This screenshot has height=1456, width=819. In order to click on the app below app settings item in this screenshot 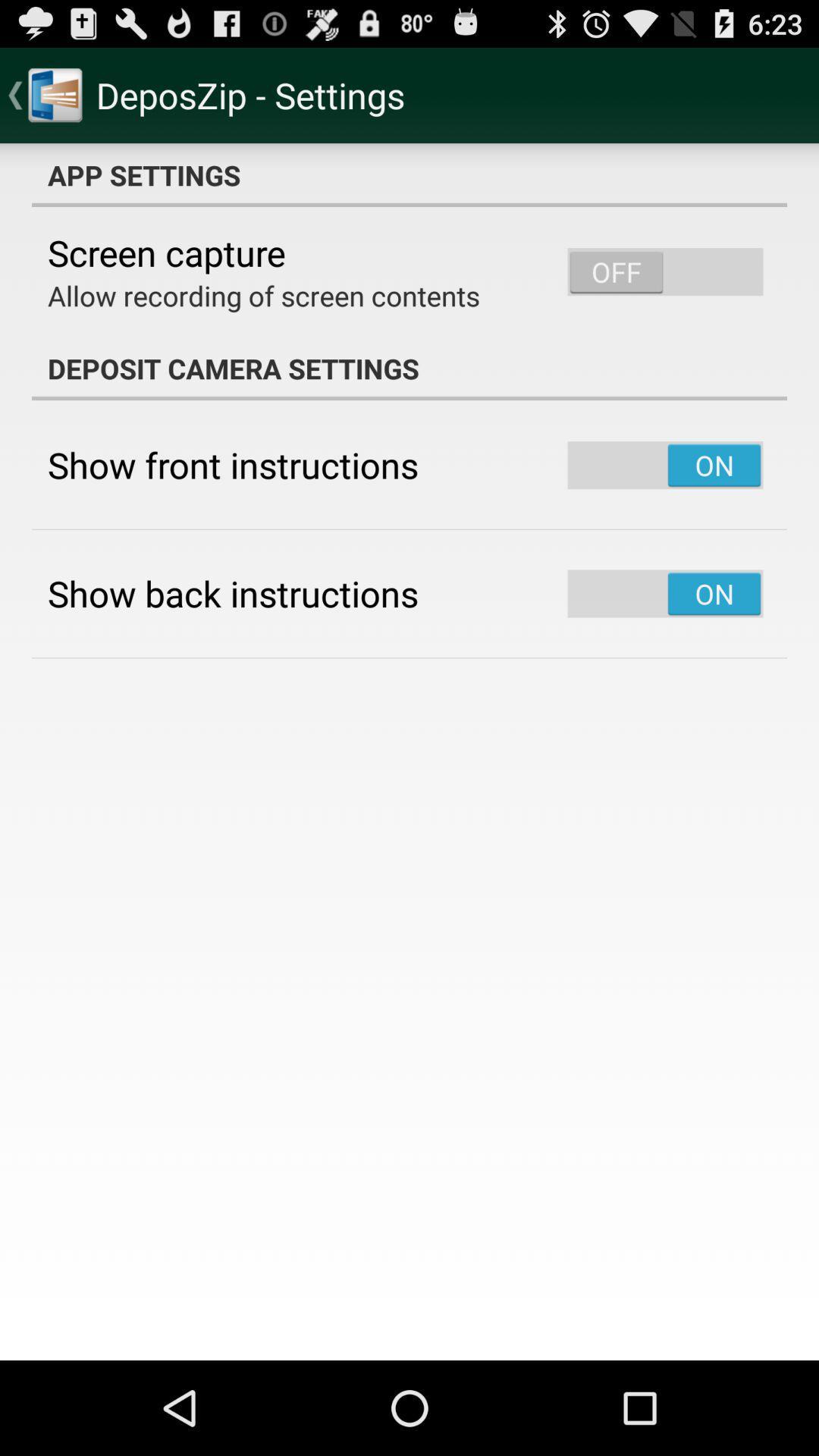, I will do `click(166, 253)`.